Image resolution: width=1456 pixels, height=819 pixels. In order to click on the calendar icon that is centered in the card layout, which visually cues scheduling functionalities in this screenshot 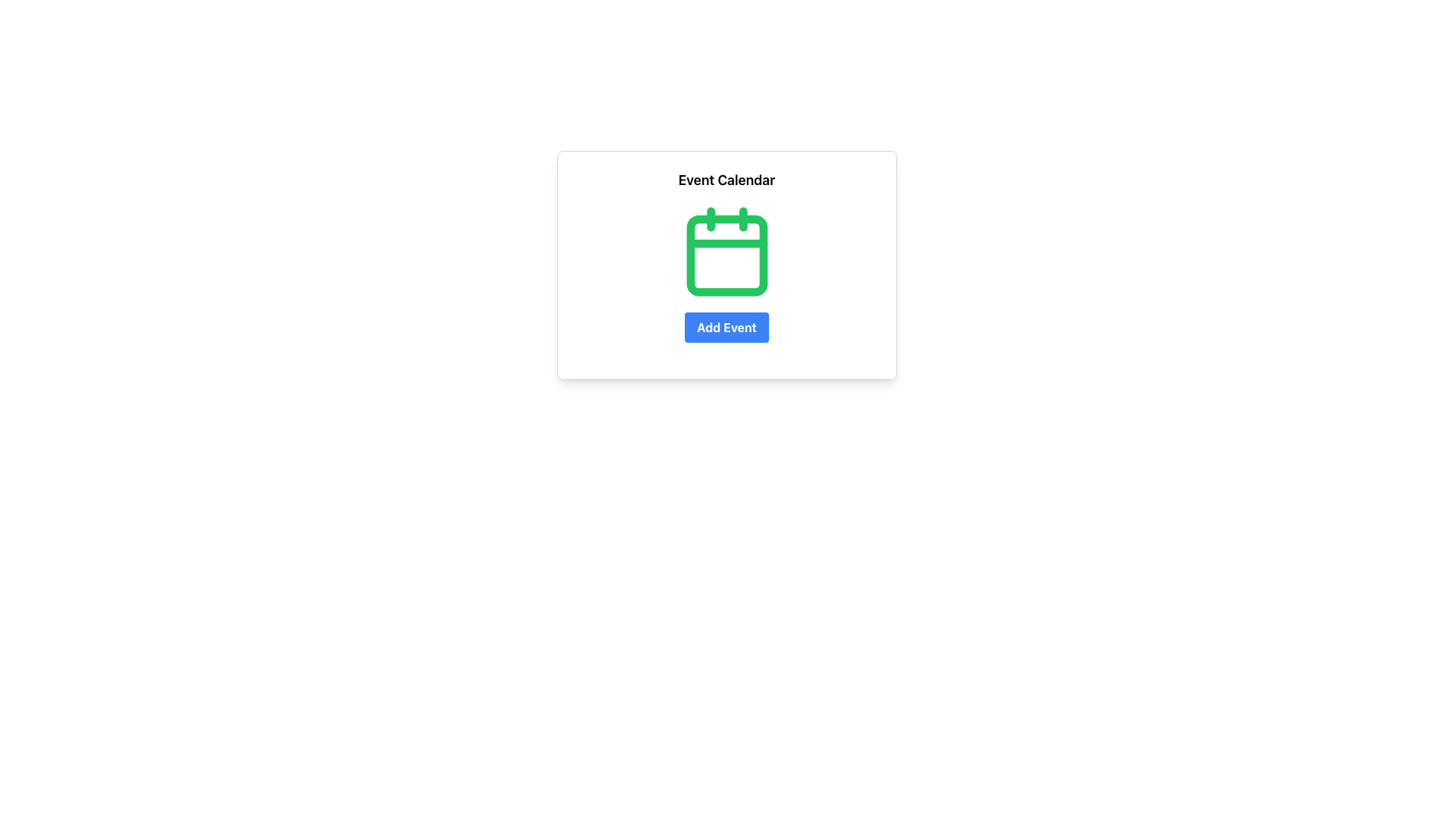, I will do `click(726, 250)`.